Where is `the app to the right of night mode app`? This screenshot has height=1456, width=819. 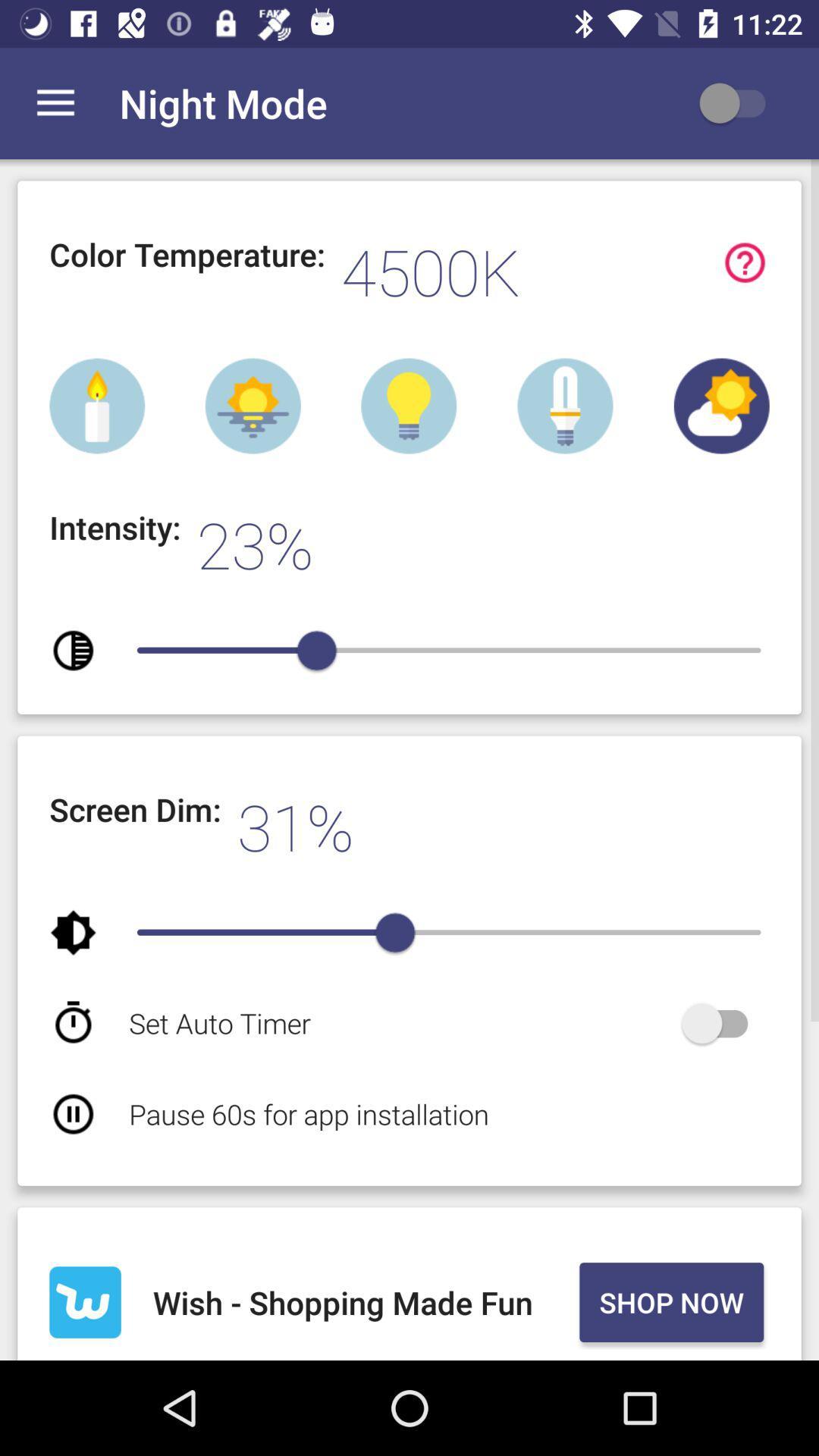
the app to the right of night mode app is located at coordinates (739, 102).